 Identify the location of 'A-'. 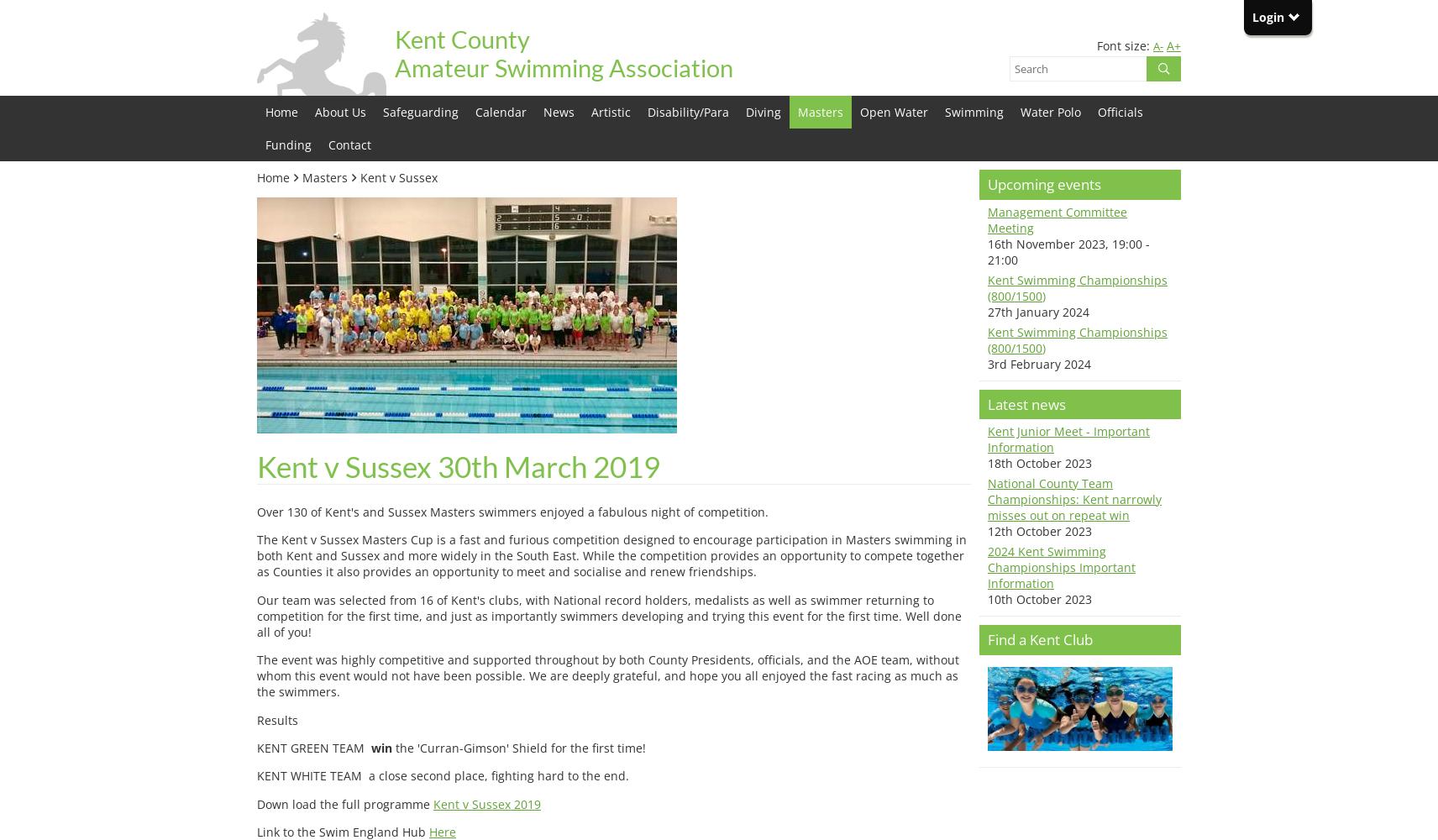
(1152, 46).